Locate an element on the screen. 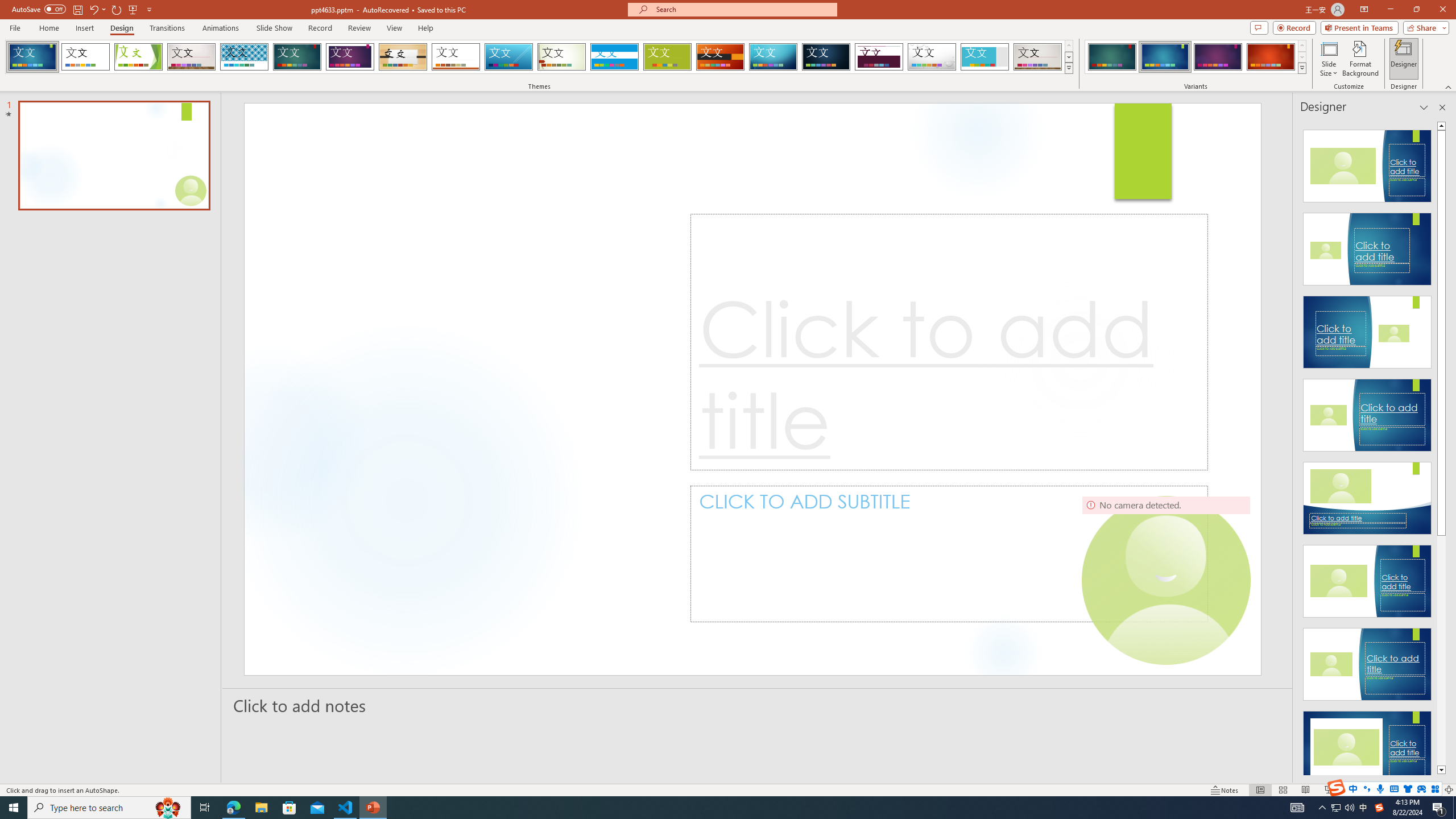 This screenshot has height=819, width=1456. 'Integral' is located at coordinates (244, 56).